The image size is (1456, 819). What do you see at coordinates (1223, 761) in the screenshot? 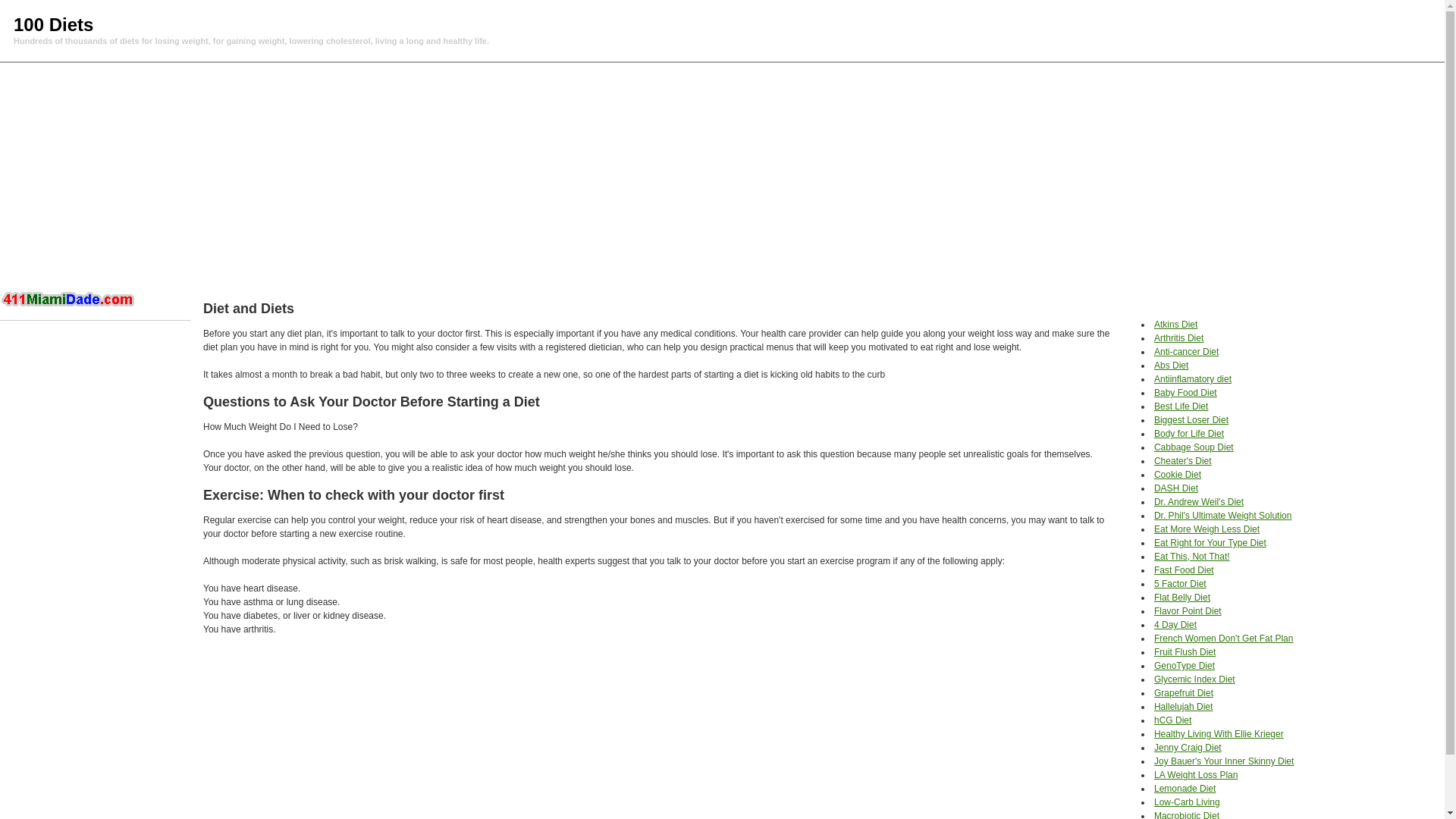
I see `'Joy Bauer's Your Inner Skinny Diet'` at bounding box center [1223, 761].